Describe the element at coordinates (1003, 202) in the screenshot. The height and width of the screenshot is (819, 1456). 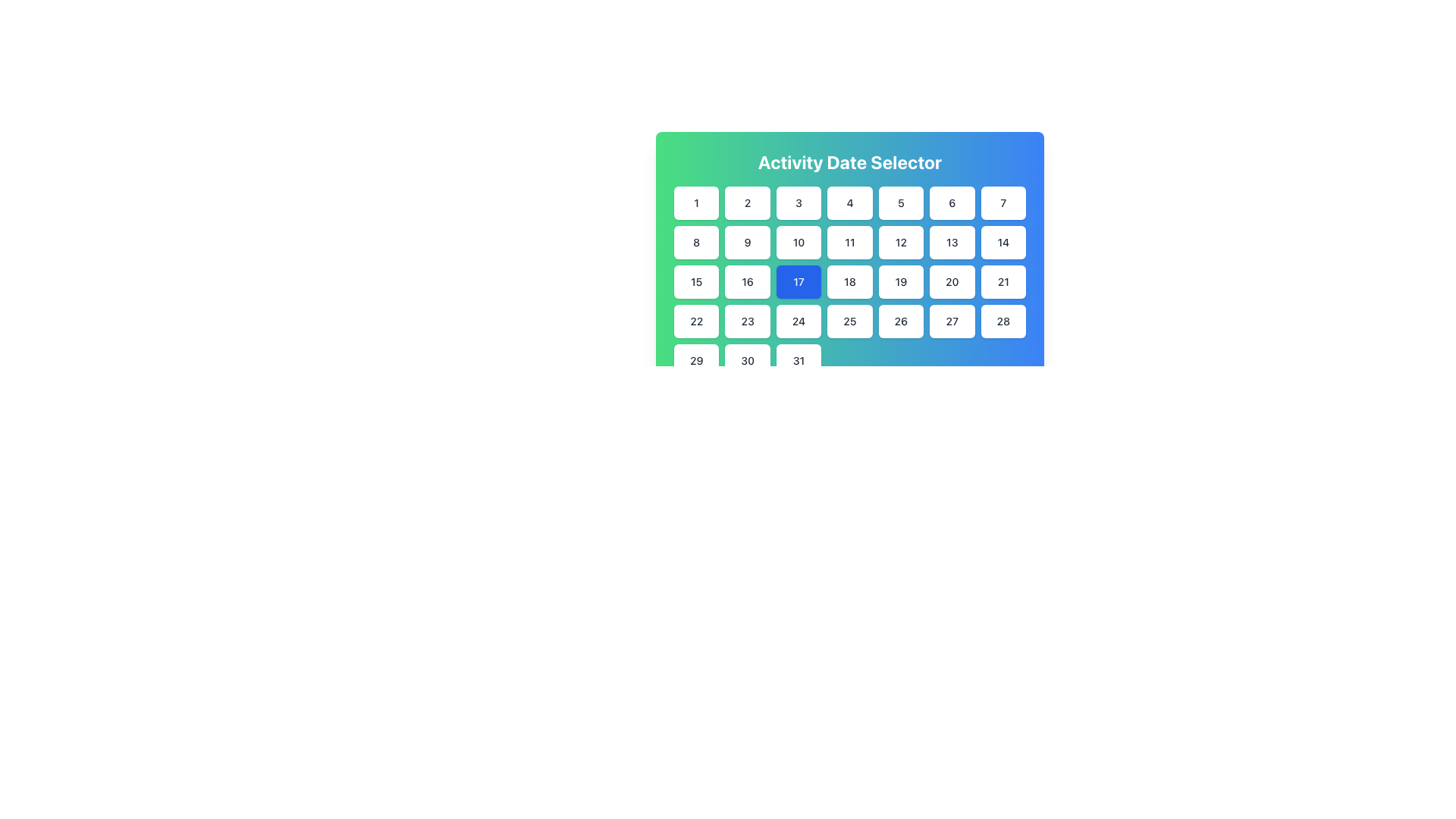
I see `the rectangular button displaying the number '7' with rounded corners and a shadow effect, located in the top row of a grid layout` at that location.